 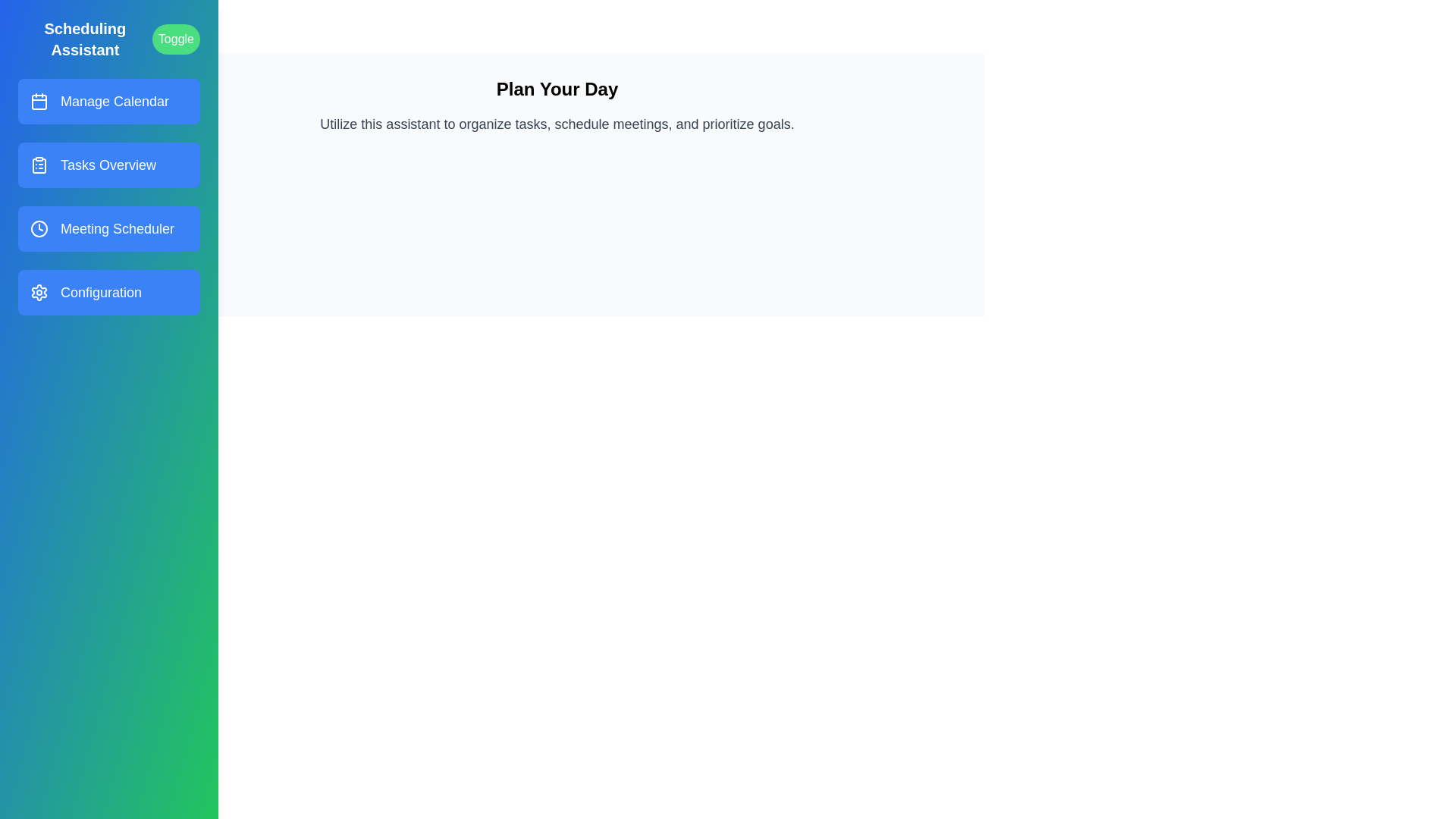 What do you see at coordinates (108, 165) in the screenshot?
I see `the menu item corresponding to Tasks Overview` at bounding box center [108, 165].